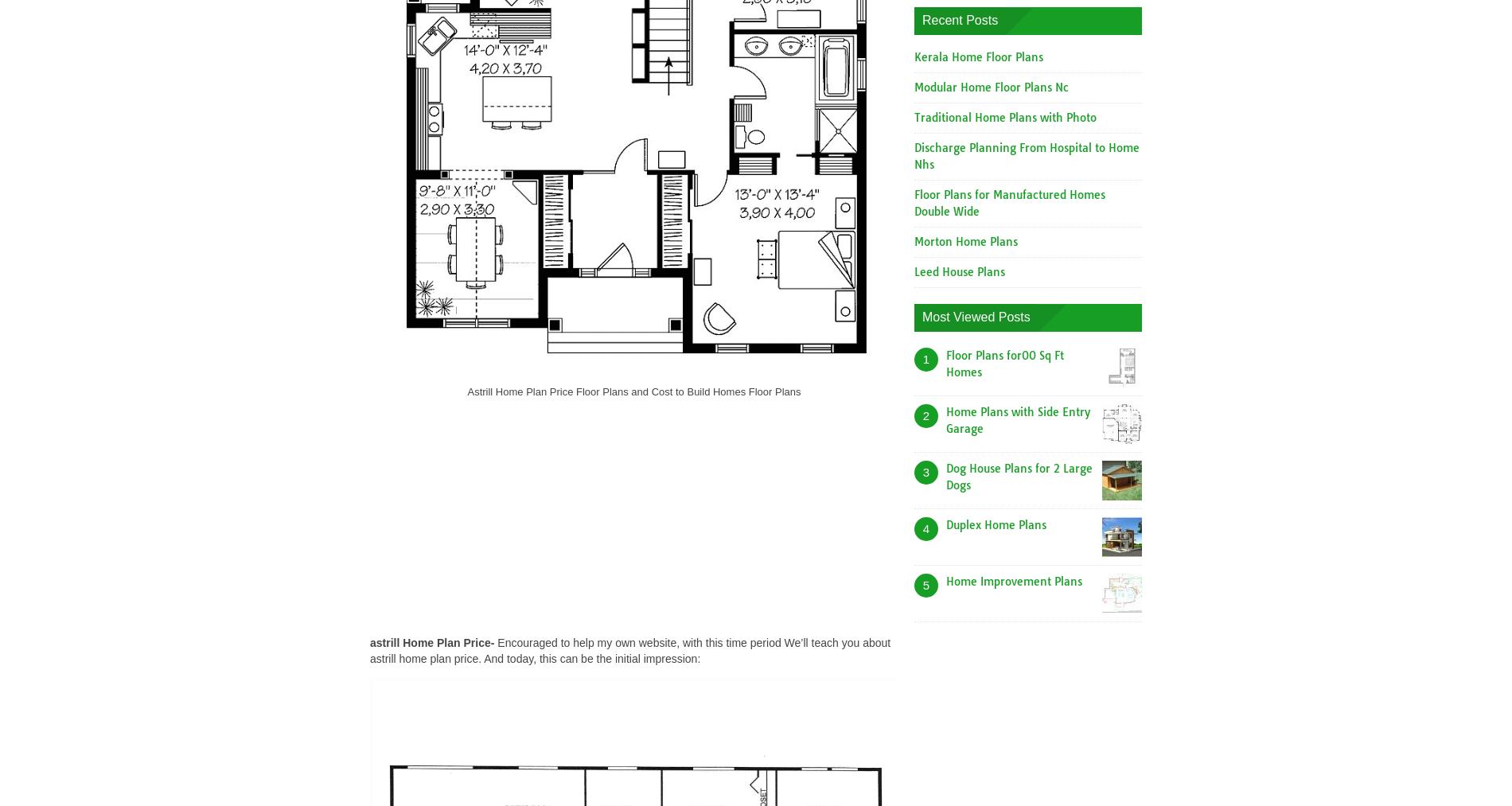 This screenshot has width=1512, height=806. I want to click on 'Home Plans with Side Entry Garage', so click(1017, 419).